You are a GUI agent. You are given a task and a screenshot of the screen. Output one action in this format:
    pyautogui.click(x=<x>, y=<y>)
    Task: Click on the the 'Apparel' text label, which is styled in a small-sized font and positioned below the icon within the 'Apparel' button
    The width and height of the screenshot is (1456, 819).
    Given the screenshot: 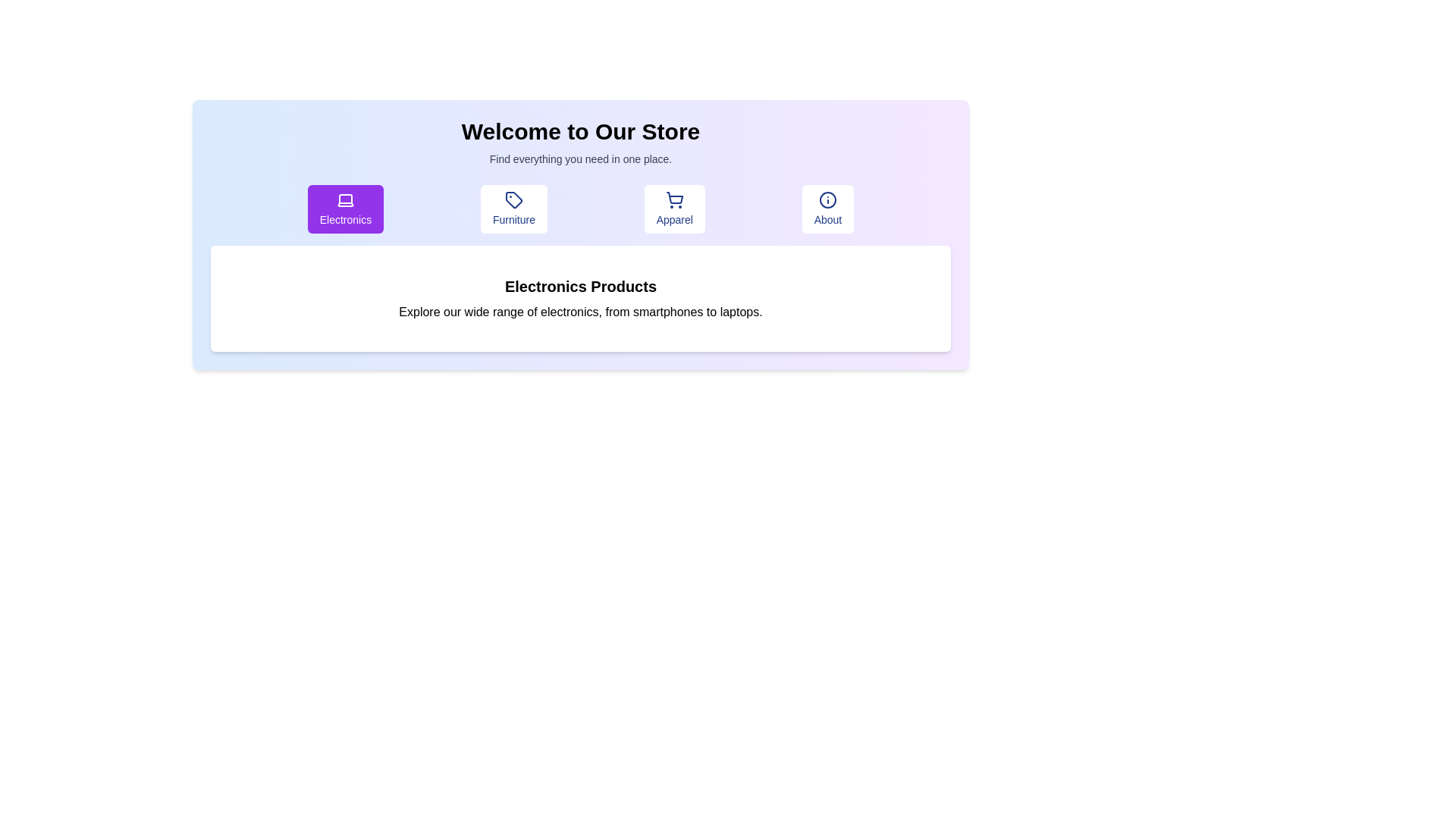 What is the action you would take?
    pyautogui.click(x=673, y=219)
    